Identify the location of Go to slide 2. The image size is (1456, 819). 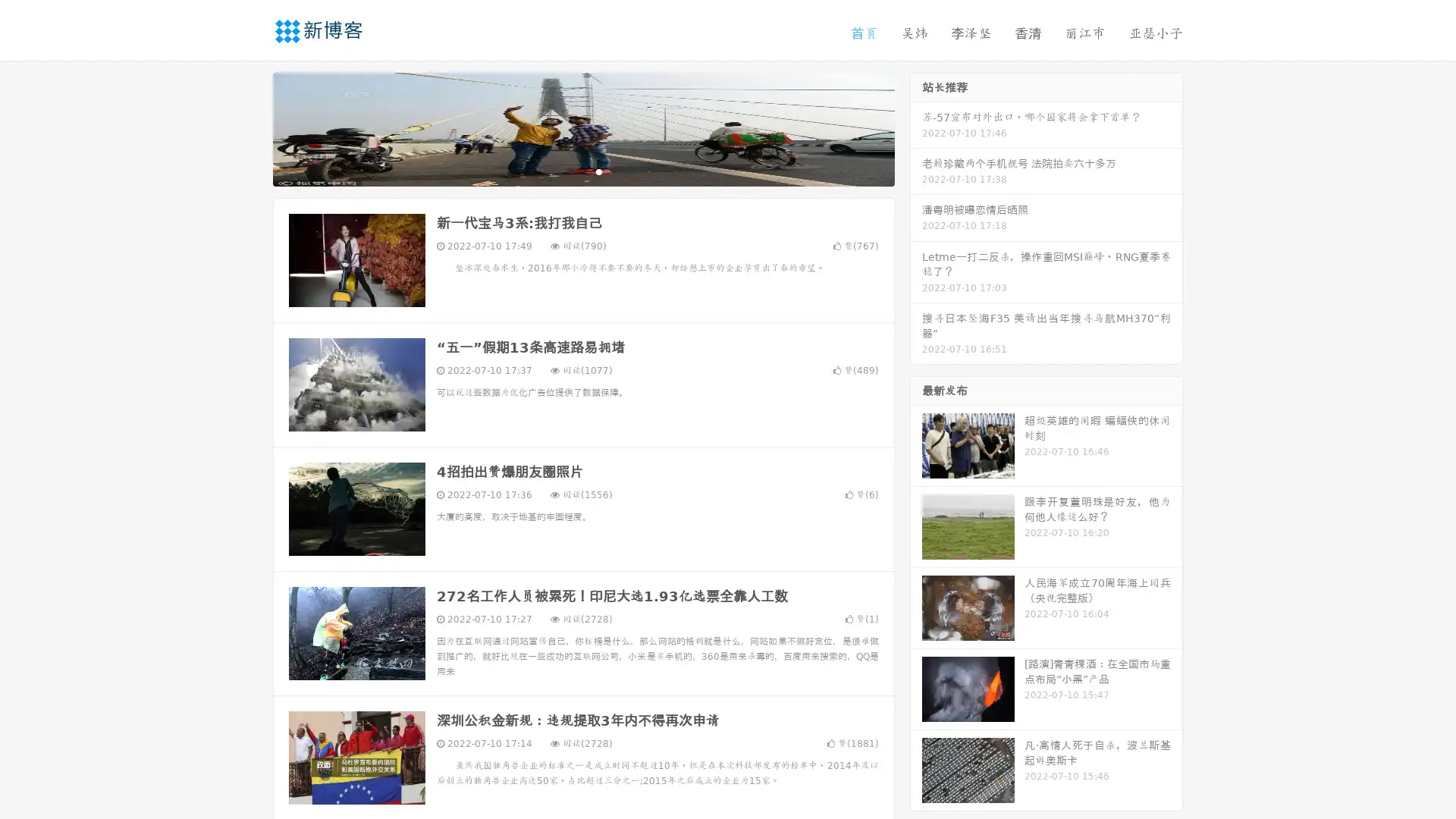
(582, 171).